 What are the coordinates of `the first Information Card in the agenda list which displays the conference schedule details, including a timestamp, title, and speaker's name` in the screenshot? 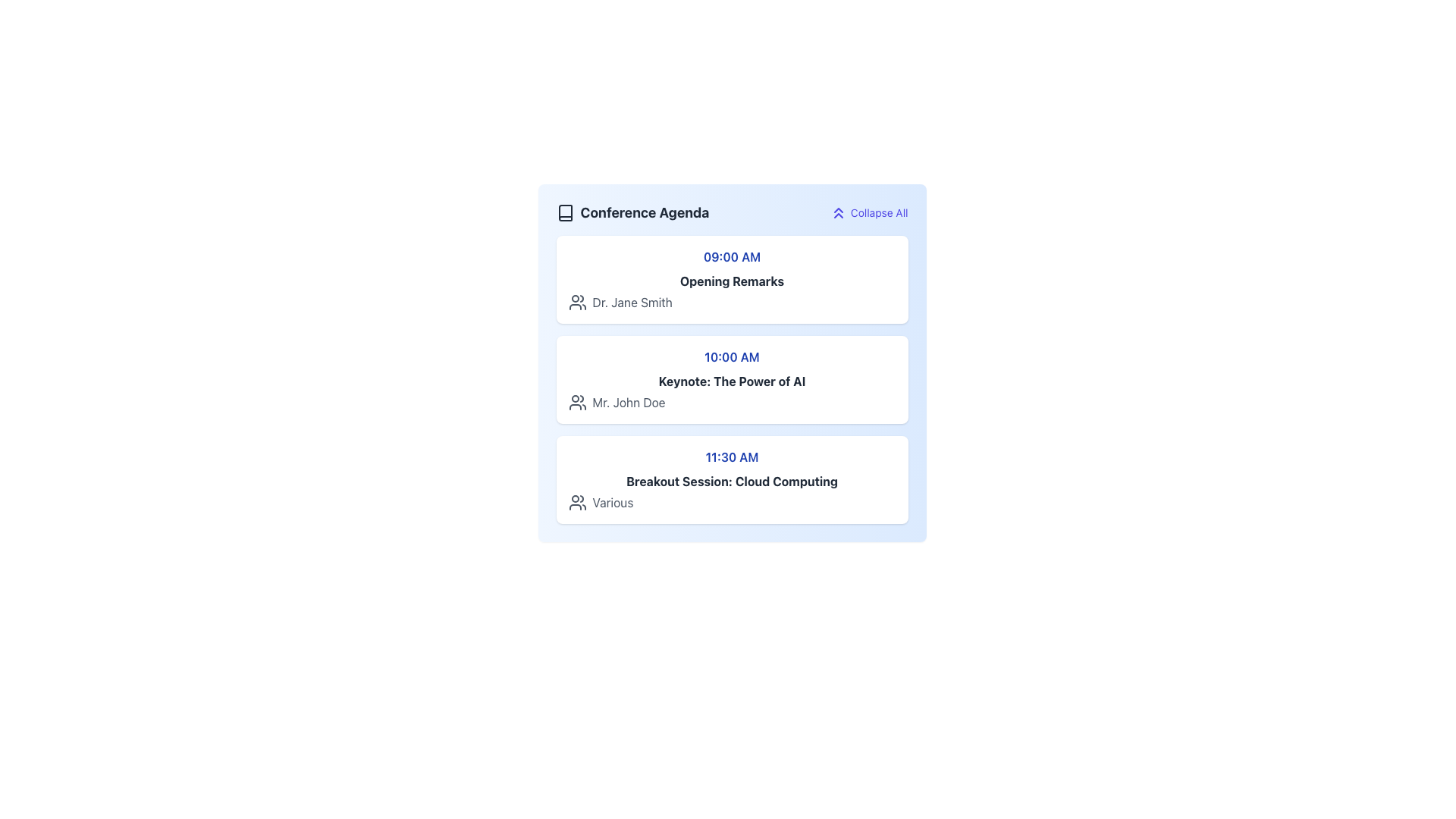 It's located at (732, 280).